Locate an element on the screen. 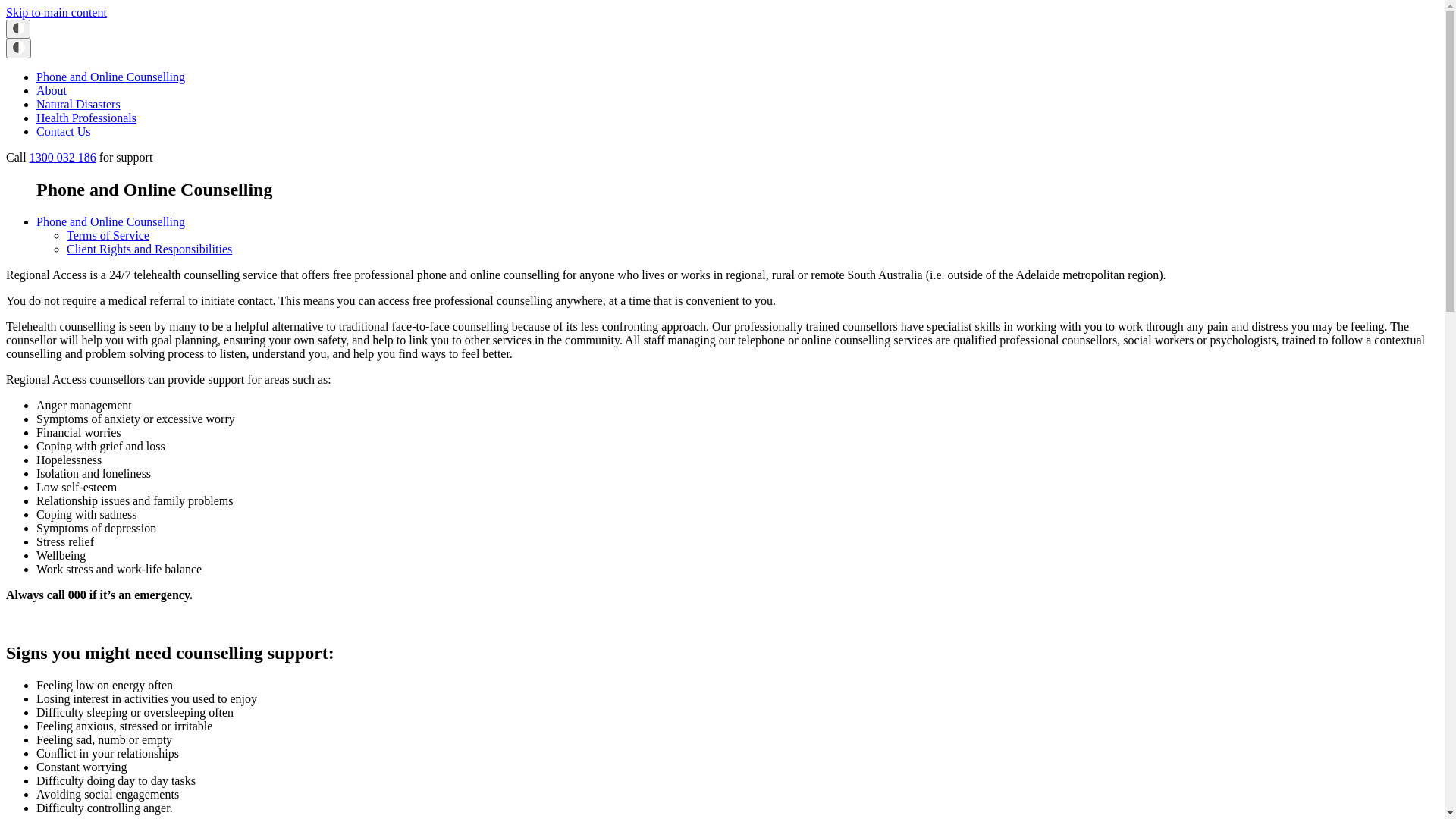 The height and width of the screenshot is (819, 1456). 'Contact Us' is located at coordinates (62, 130).